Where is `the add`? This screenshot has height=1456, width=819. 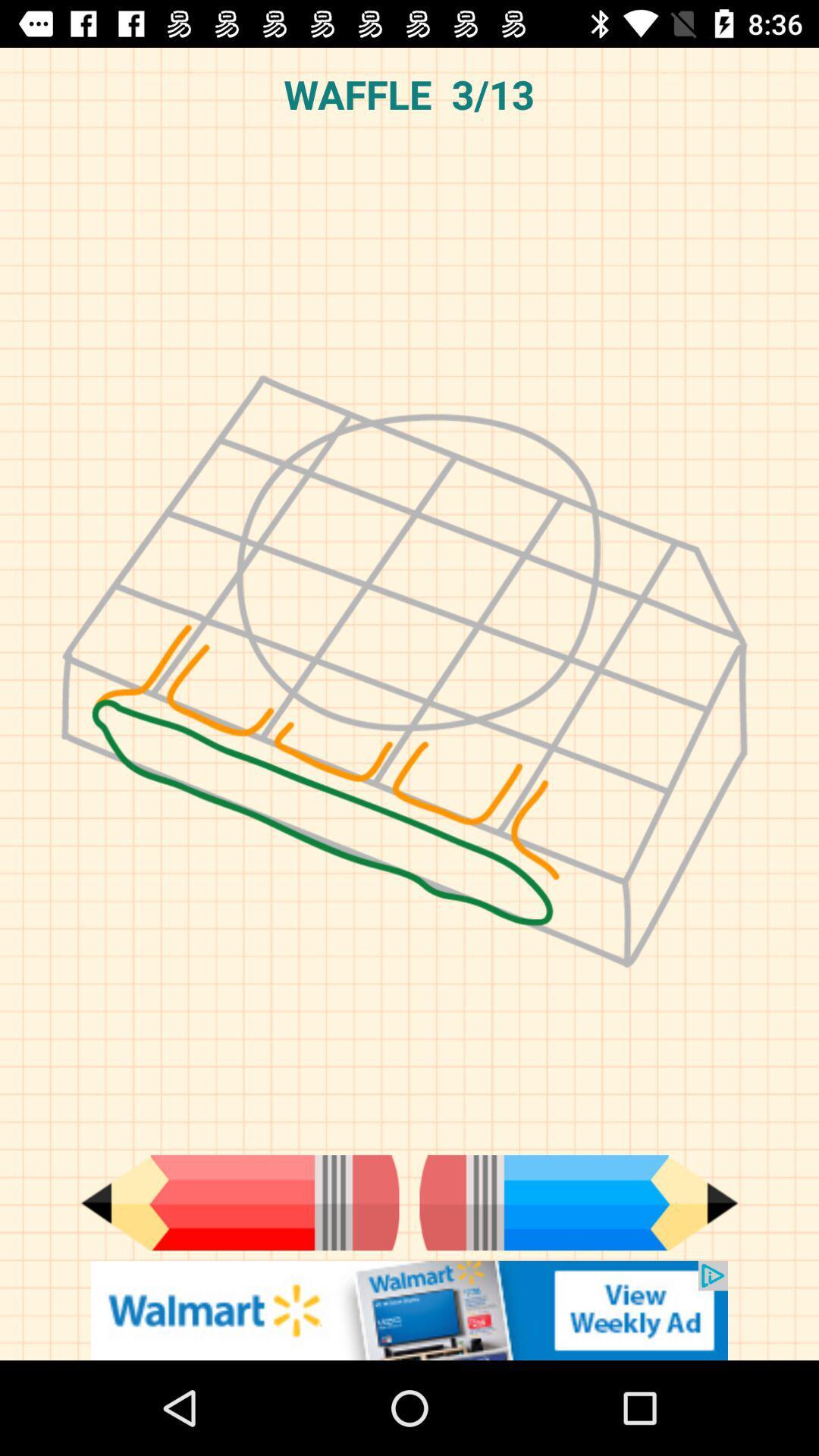
the add is located at coordinates (239, 1202).